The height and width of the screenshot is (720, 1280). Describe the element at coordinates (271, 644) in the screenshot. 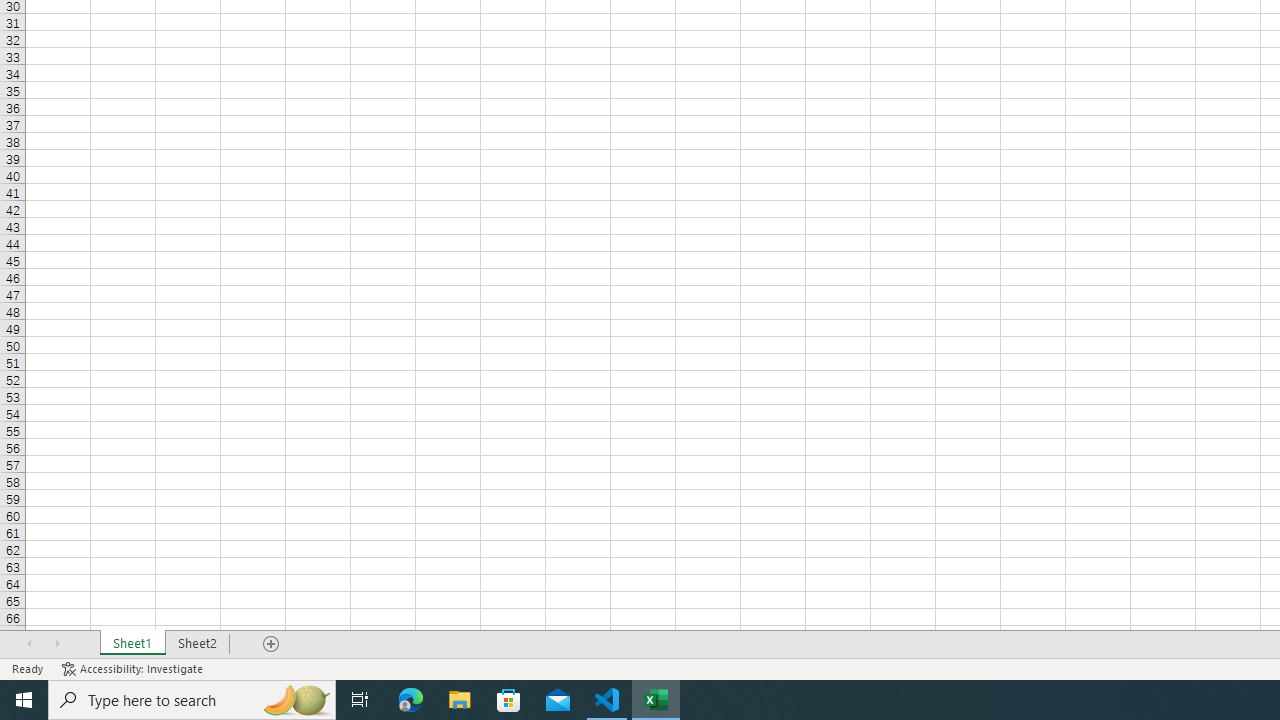

I see `'Add Sheet'` at that location.